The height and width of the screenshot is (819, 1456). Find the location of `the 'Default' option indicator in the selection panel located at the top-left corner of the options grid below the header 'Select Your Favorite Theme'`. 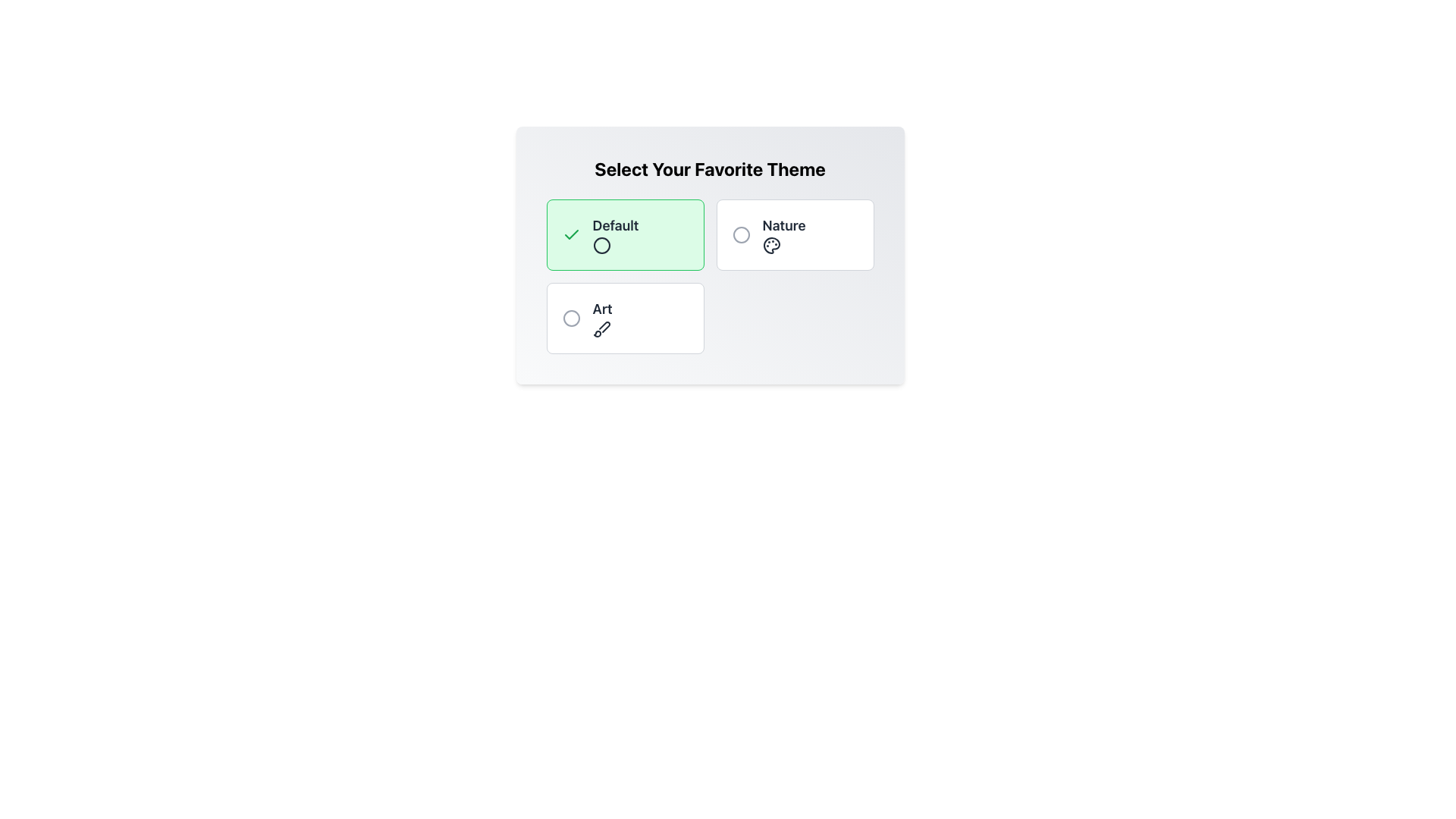

the 'Default' option indicator in the selection panel located at the top-left corner of the options grid below the header 'Select Your Favorite Theme' is located at coordinates (601, 245).